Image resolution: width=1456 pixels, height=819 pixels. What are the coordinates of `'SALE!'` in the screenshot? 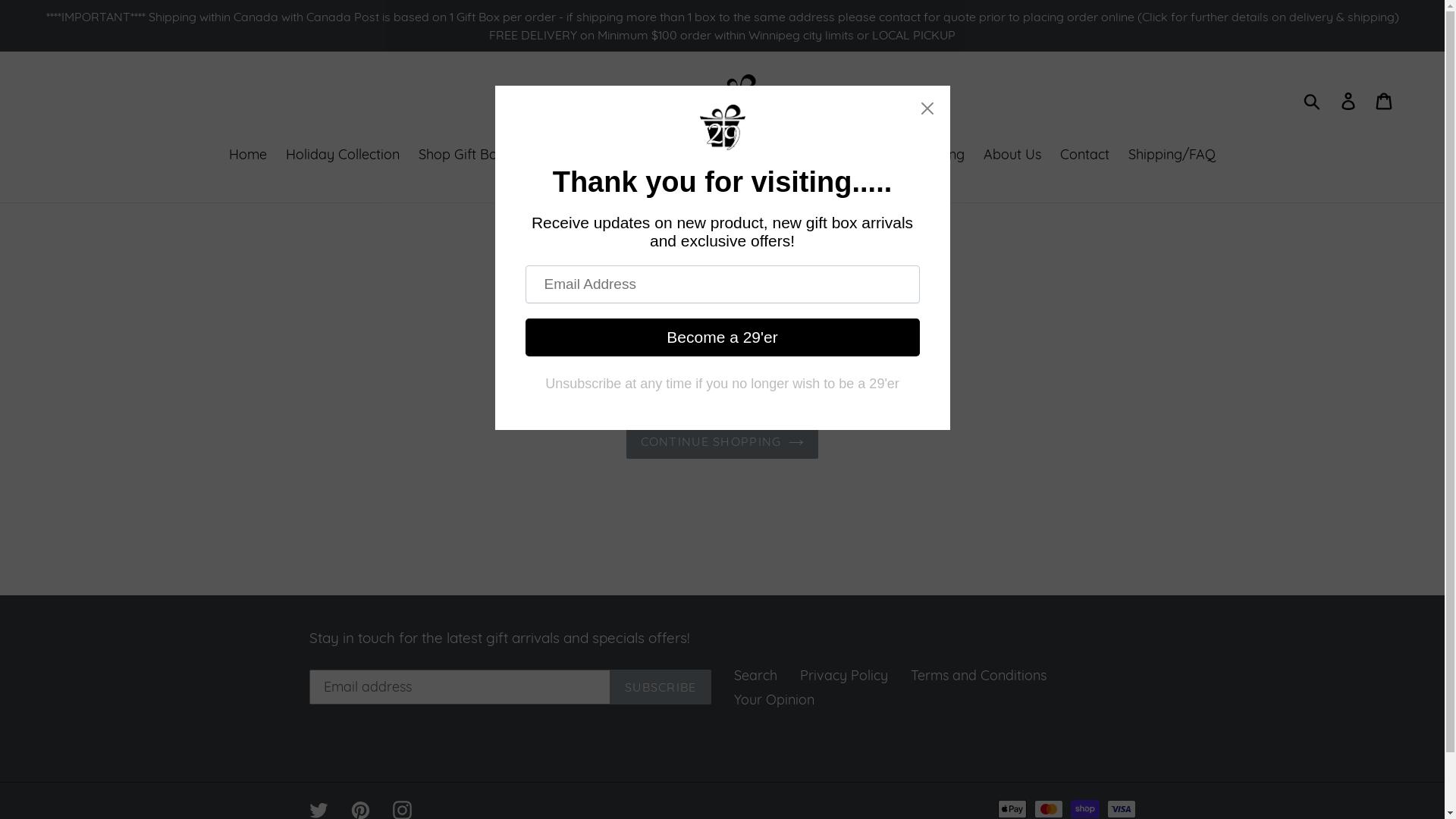 It's located at (817, 155).